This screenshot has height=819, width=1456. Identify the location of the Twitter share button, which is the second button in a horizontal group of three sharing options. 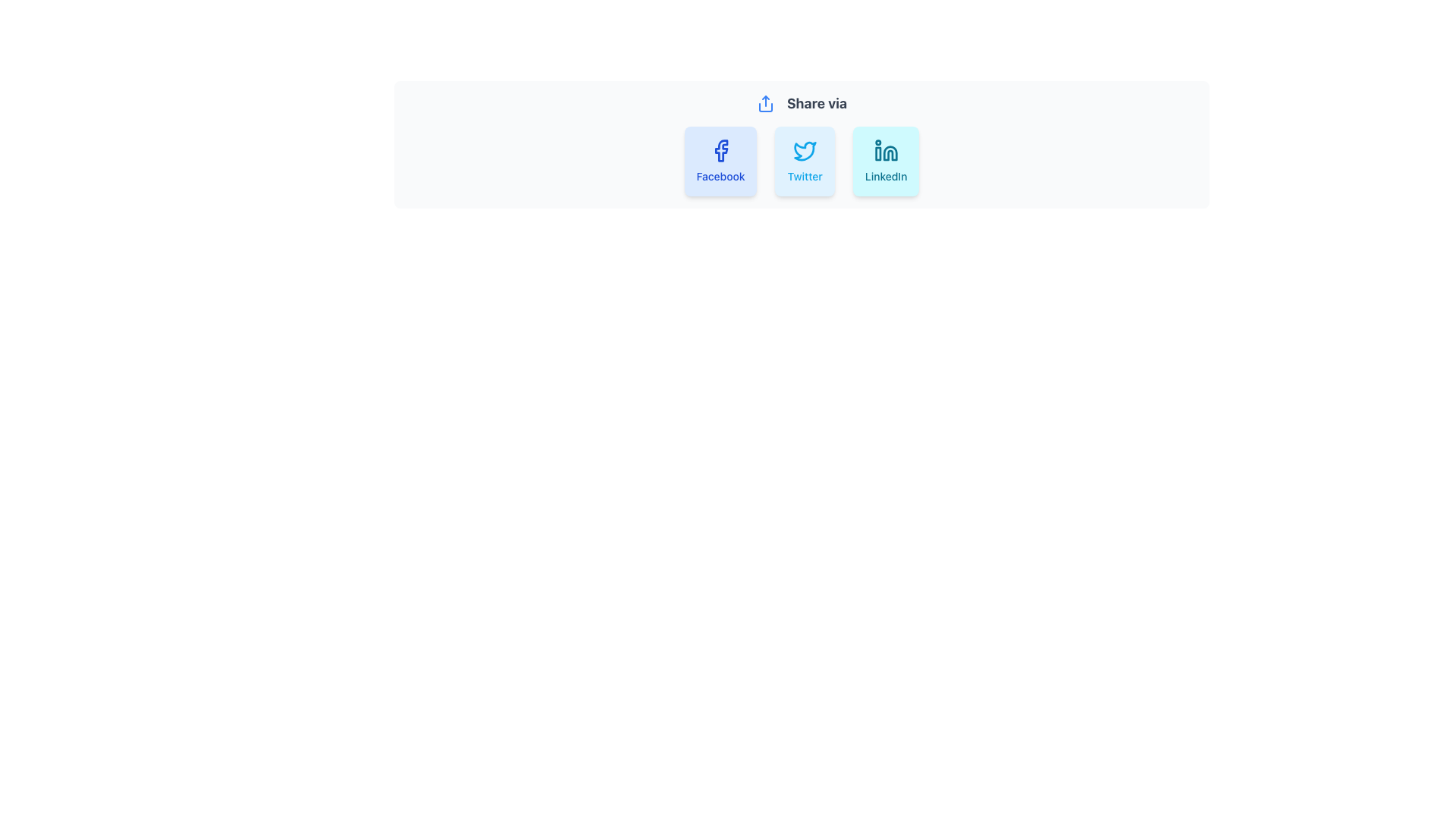
(801, 161).